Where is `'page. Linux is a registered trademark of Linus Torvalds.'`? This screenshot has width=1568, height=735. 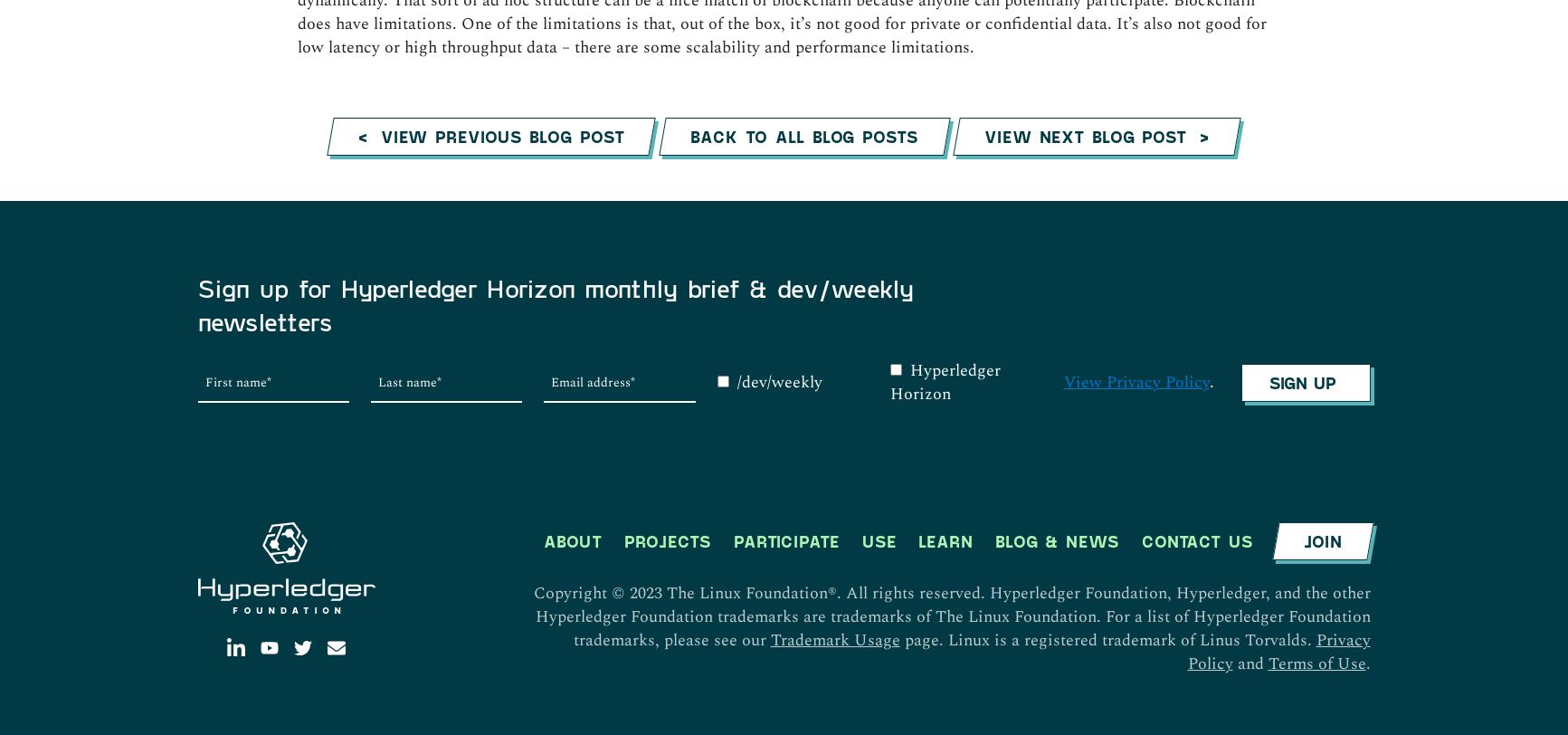 'page. Linux is a registered trademark of Linus Torvalds.' is located at coordinates (1107, 262).